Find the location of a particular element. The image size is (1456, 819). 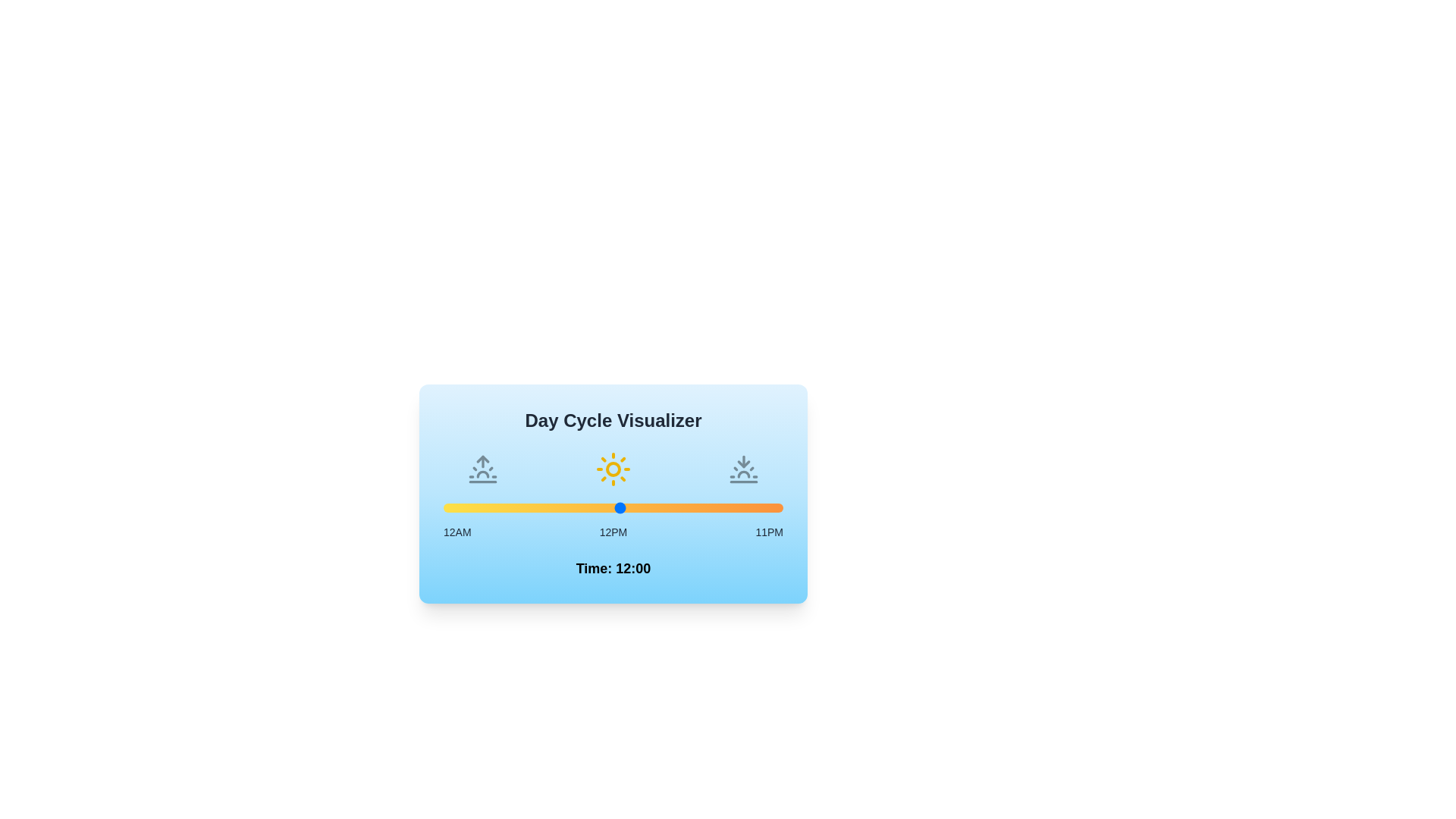

the time to 11 by moving the slider is located at coordinates (605, 508).